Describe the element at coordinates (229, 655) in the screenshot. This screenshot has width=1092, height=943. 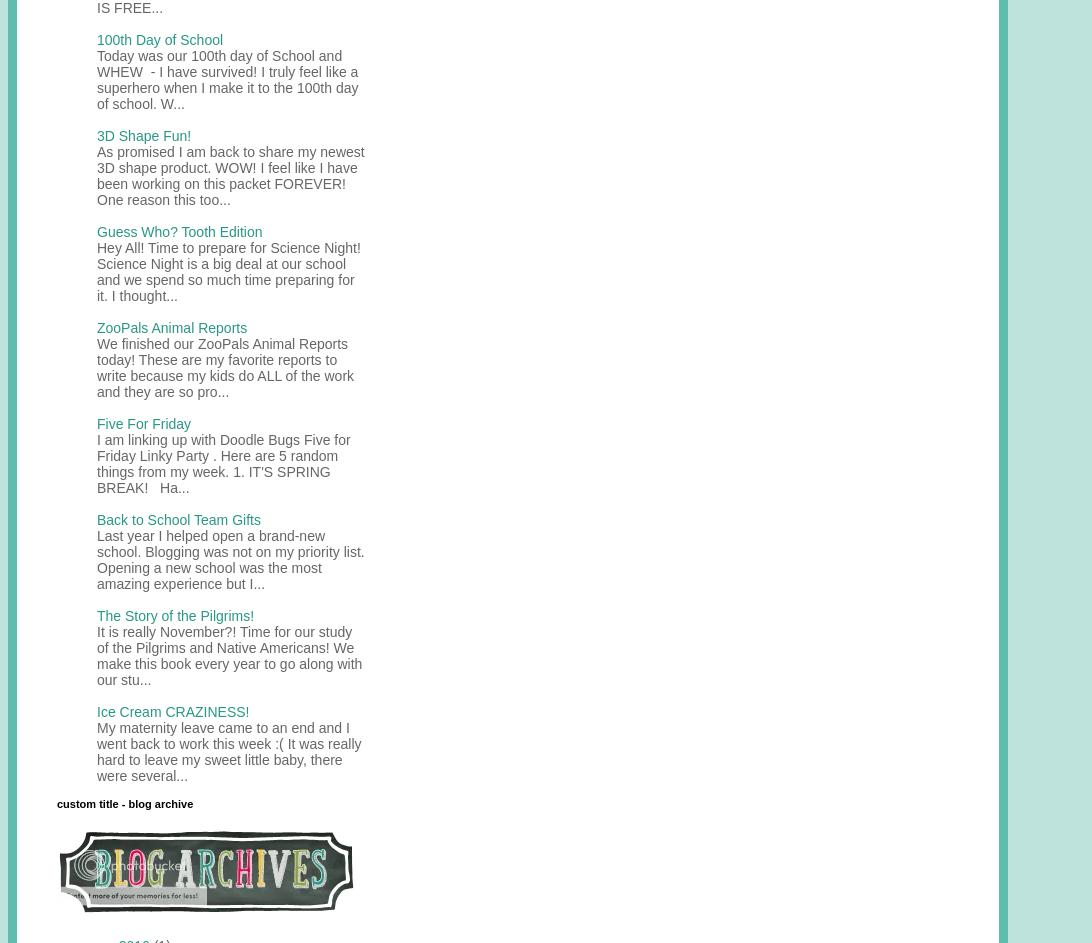
I see `'It is really November?! Time for our study of the Pilgrims and Native Americans! We make this book every year to go along with our stu...'` at that location.